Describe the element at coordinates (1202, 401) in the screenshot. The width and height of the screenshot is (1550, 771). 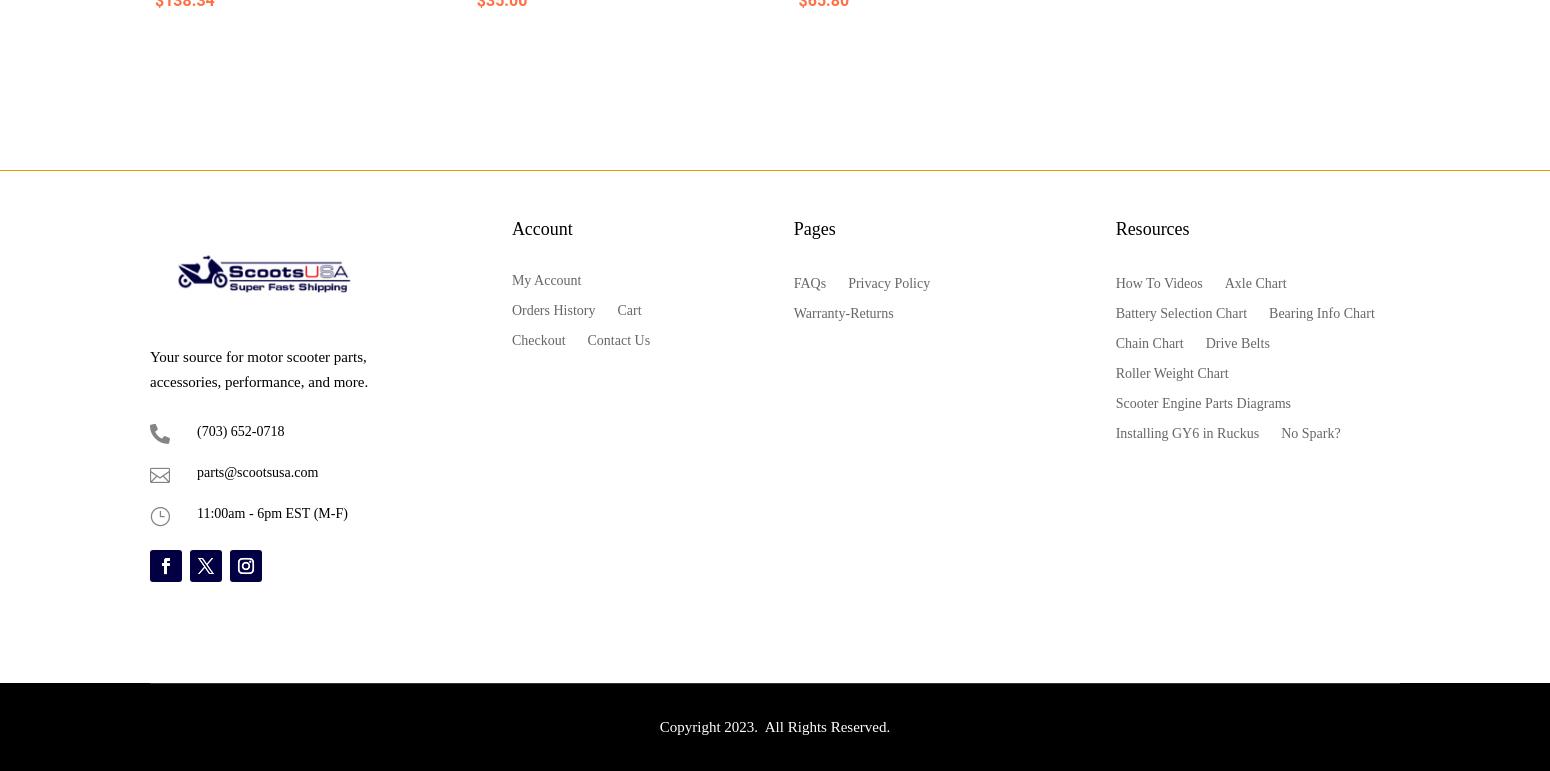
I see `'Scooter Engine Parts Diagrams'` at that location.